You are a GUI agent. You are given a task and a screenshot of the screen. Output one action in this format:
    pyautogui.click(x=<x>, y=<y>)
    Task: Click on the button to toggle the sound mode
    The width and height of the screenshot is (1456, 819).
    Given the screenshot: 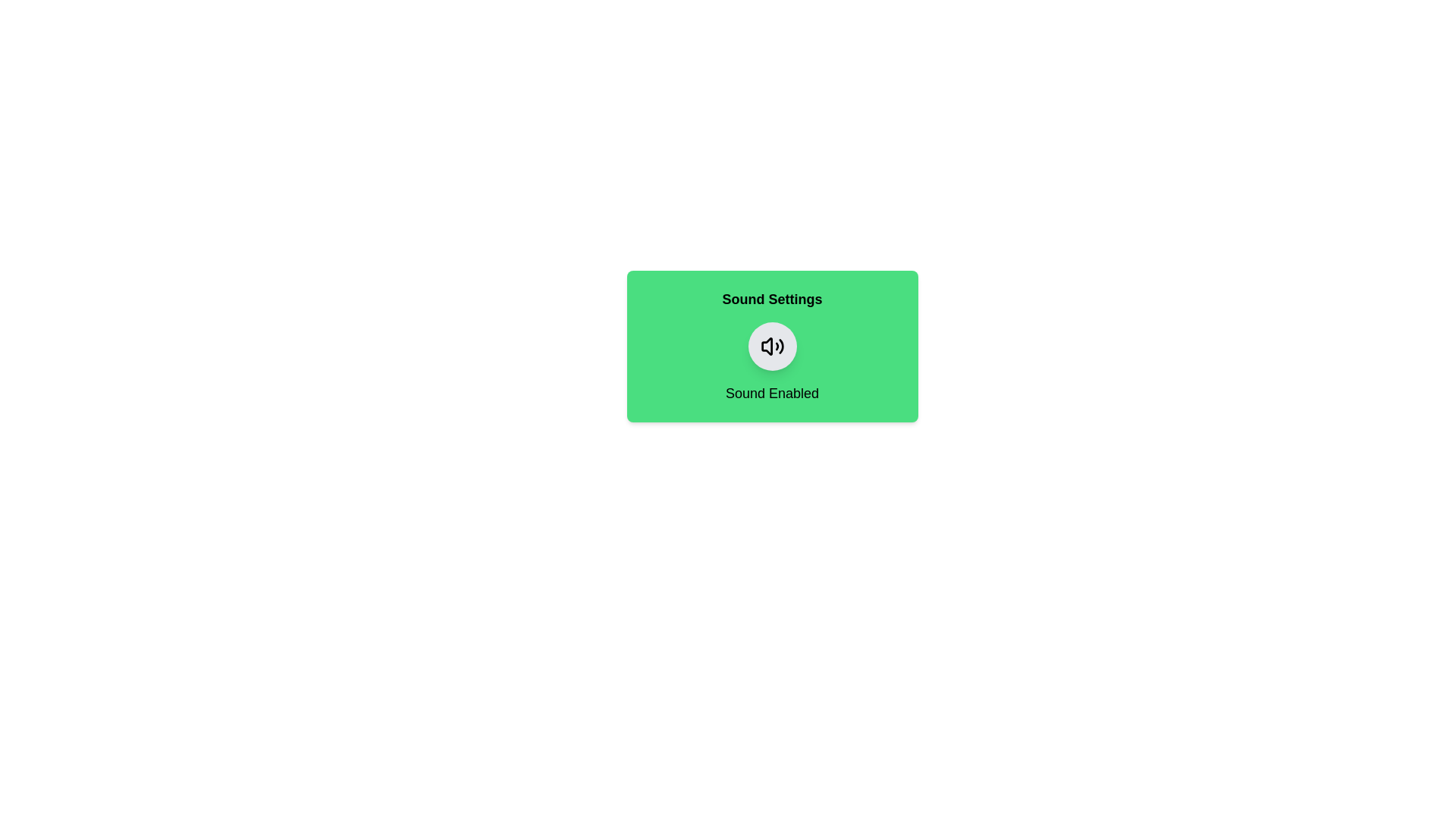 What is the action you would take?
    pyautogui.click(x=772, y=346)
    